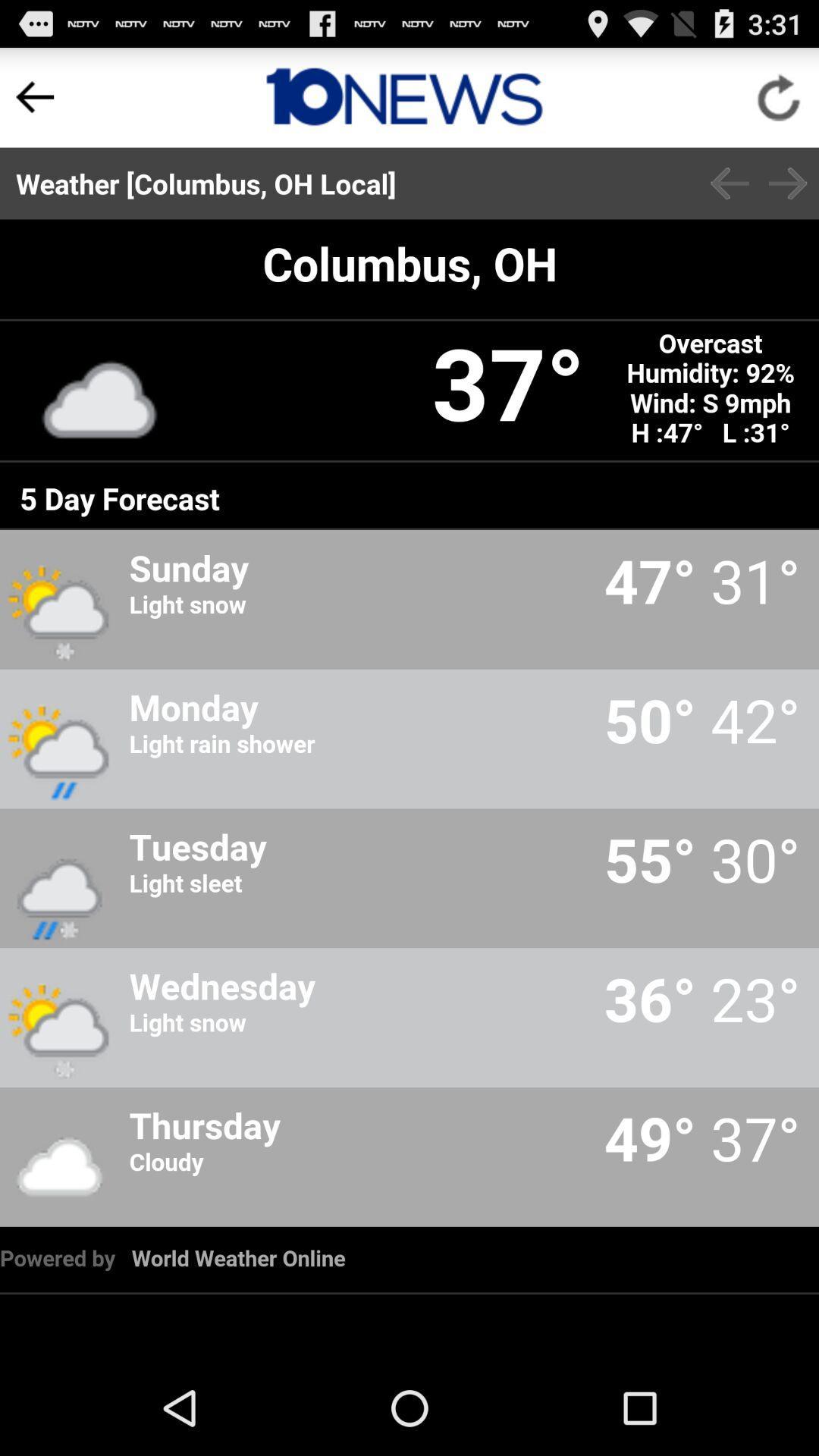  I want to click on the refresh icon, so click(779, 103).